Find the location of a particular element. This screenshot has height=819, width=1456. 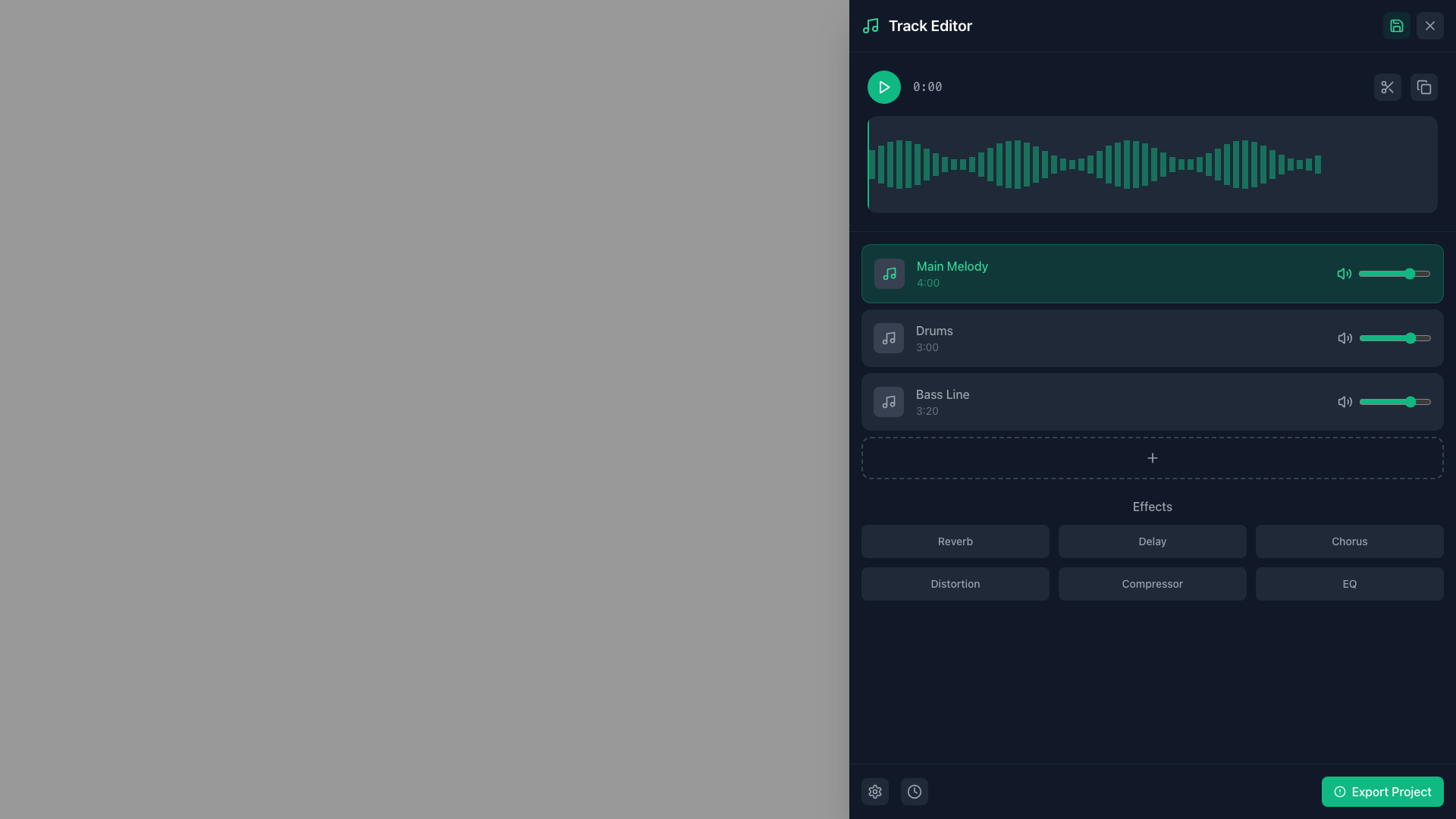

the rightmost button in a pair at the top-right corner of the central interaction panel is located at coordinates (1404, 87).